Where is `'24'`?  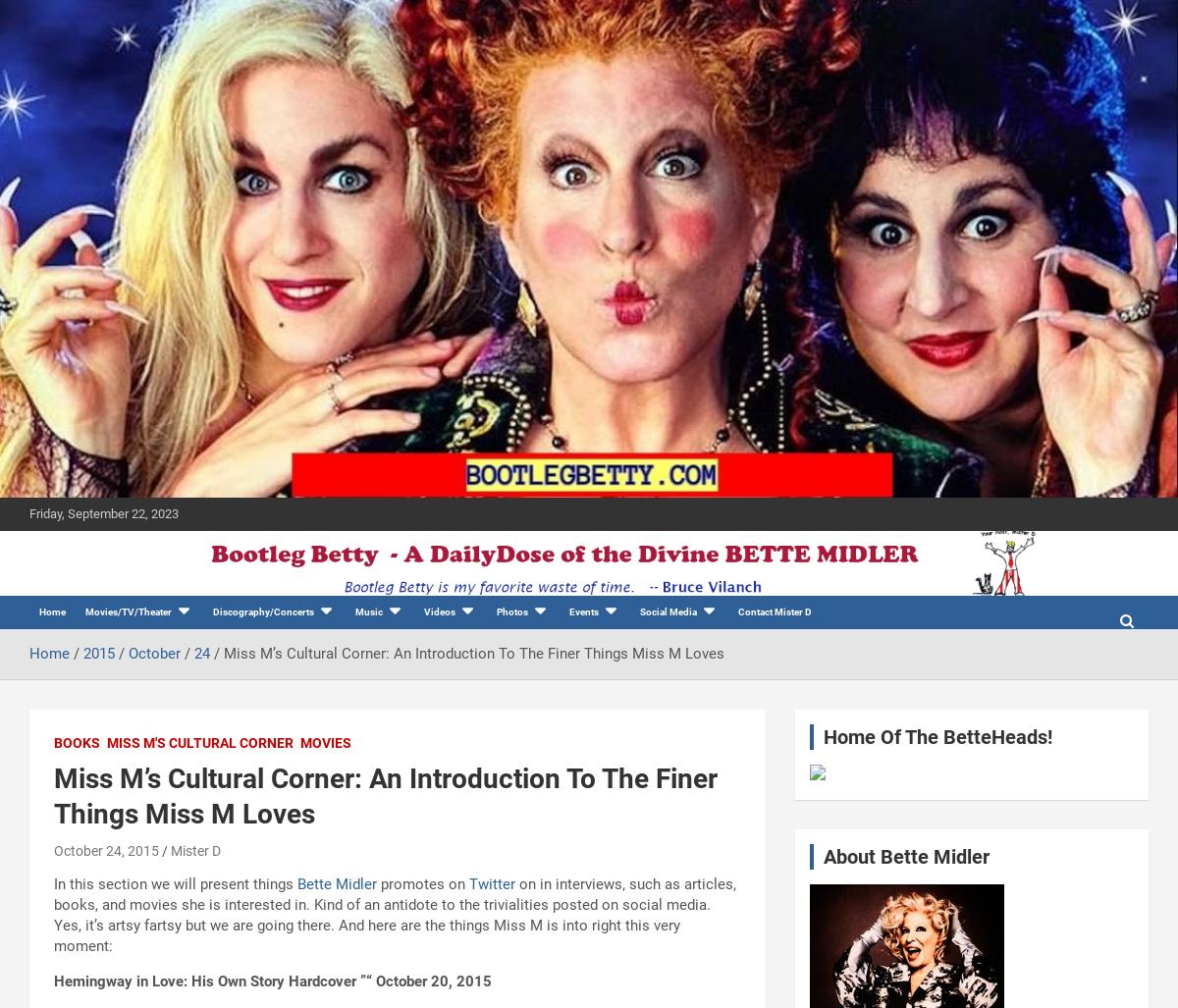
'24' is located at coordinates (201, 653).